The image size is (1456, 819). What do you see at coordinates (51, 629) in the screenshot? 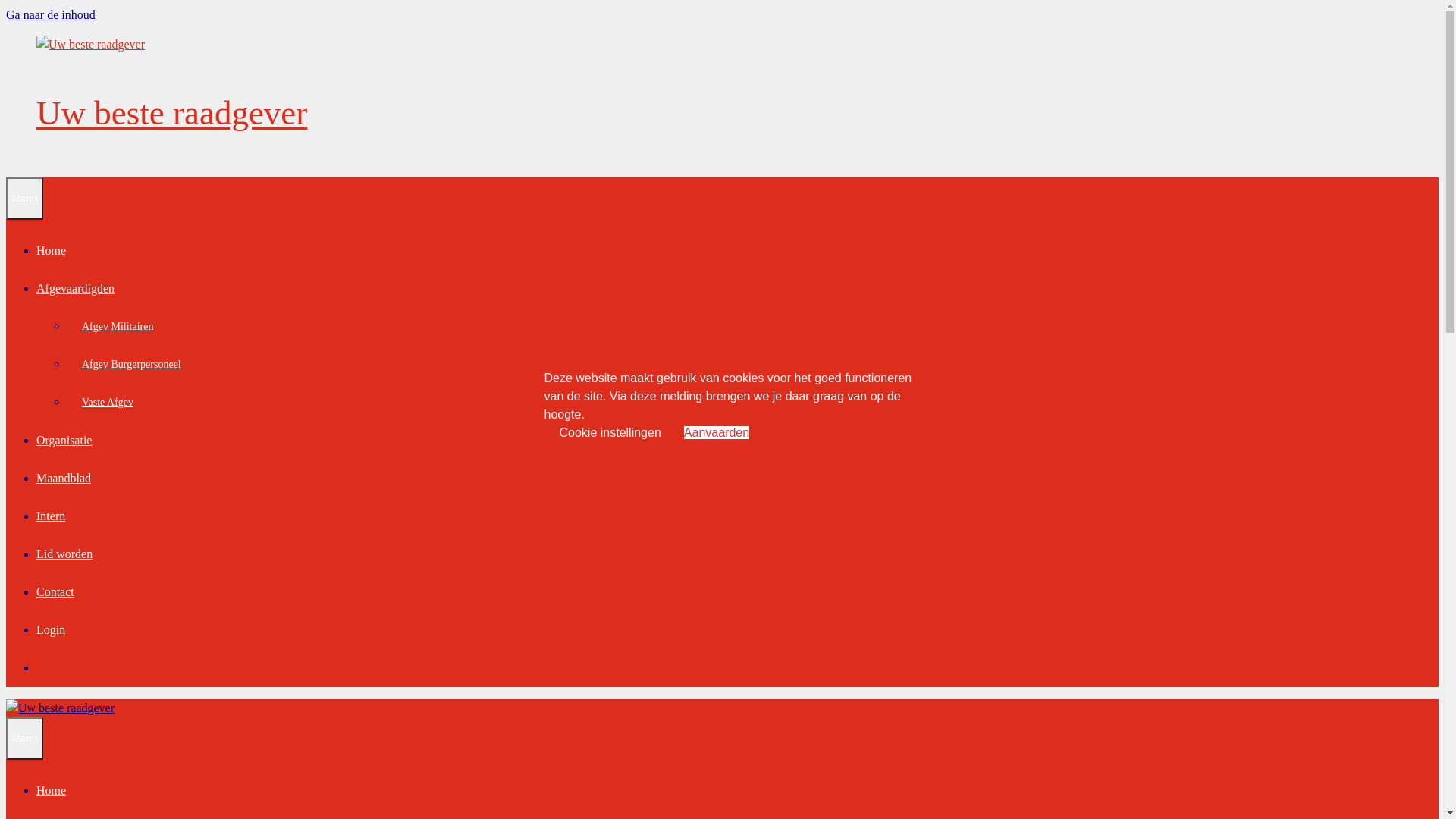
I see `'Login'` at bounding box center [51, 629].